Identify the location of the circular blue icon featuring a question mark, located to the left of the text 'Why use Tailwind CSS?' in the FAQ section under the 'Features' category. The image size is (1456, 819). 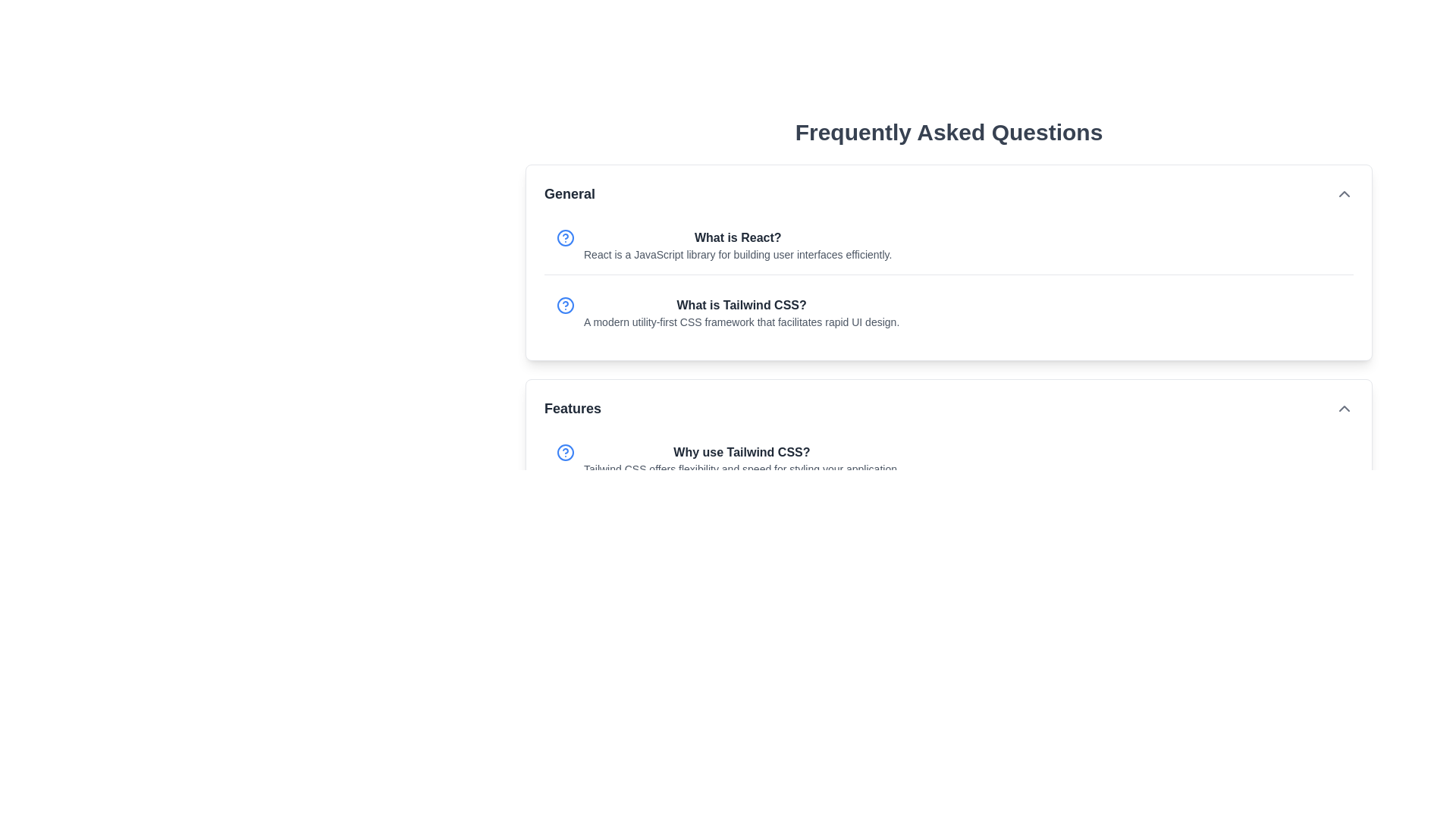
(564, 452).